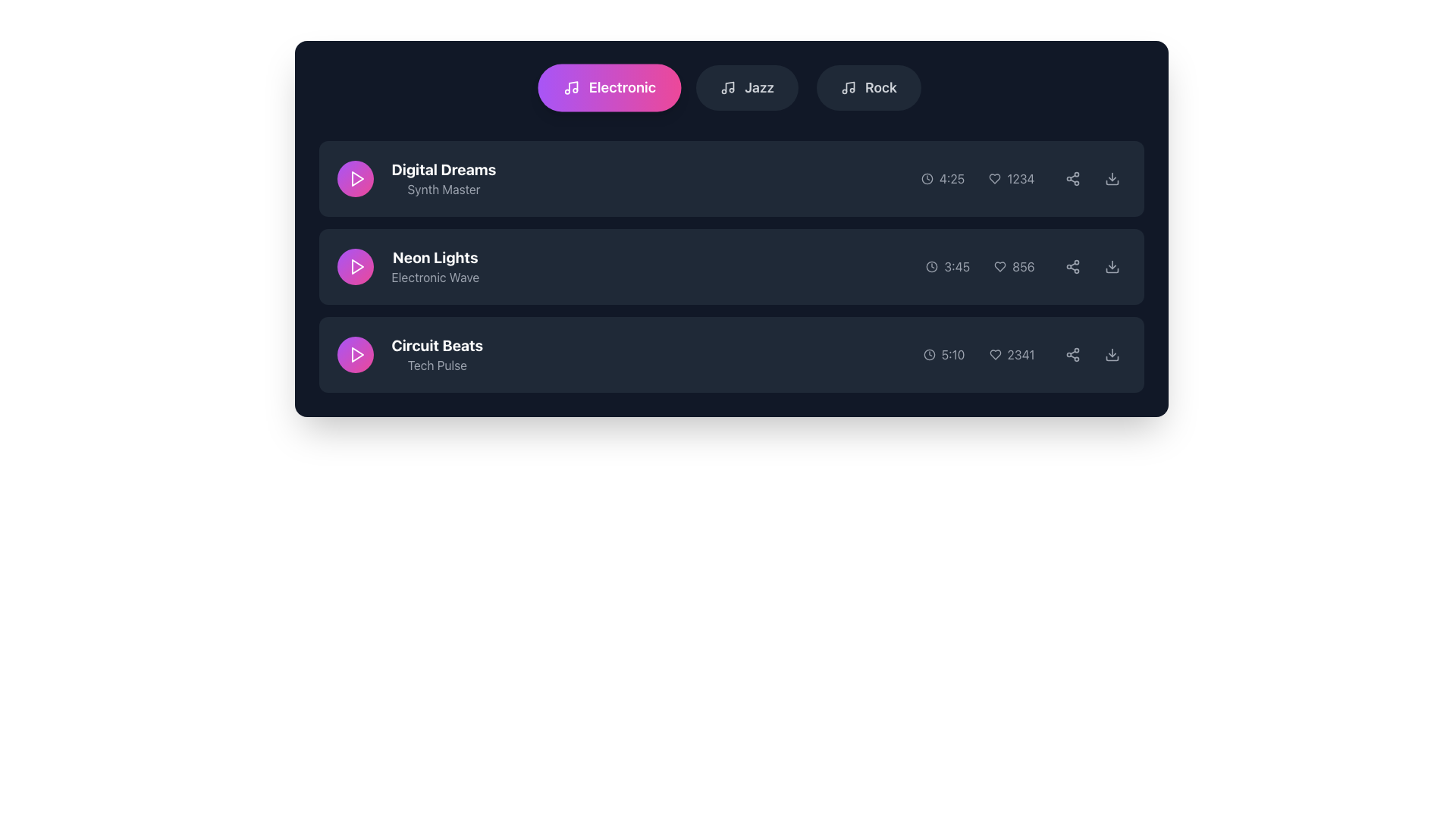  I want to click on the heart icon located, so click(1000, 265).